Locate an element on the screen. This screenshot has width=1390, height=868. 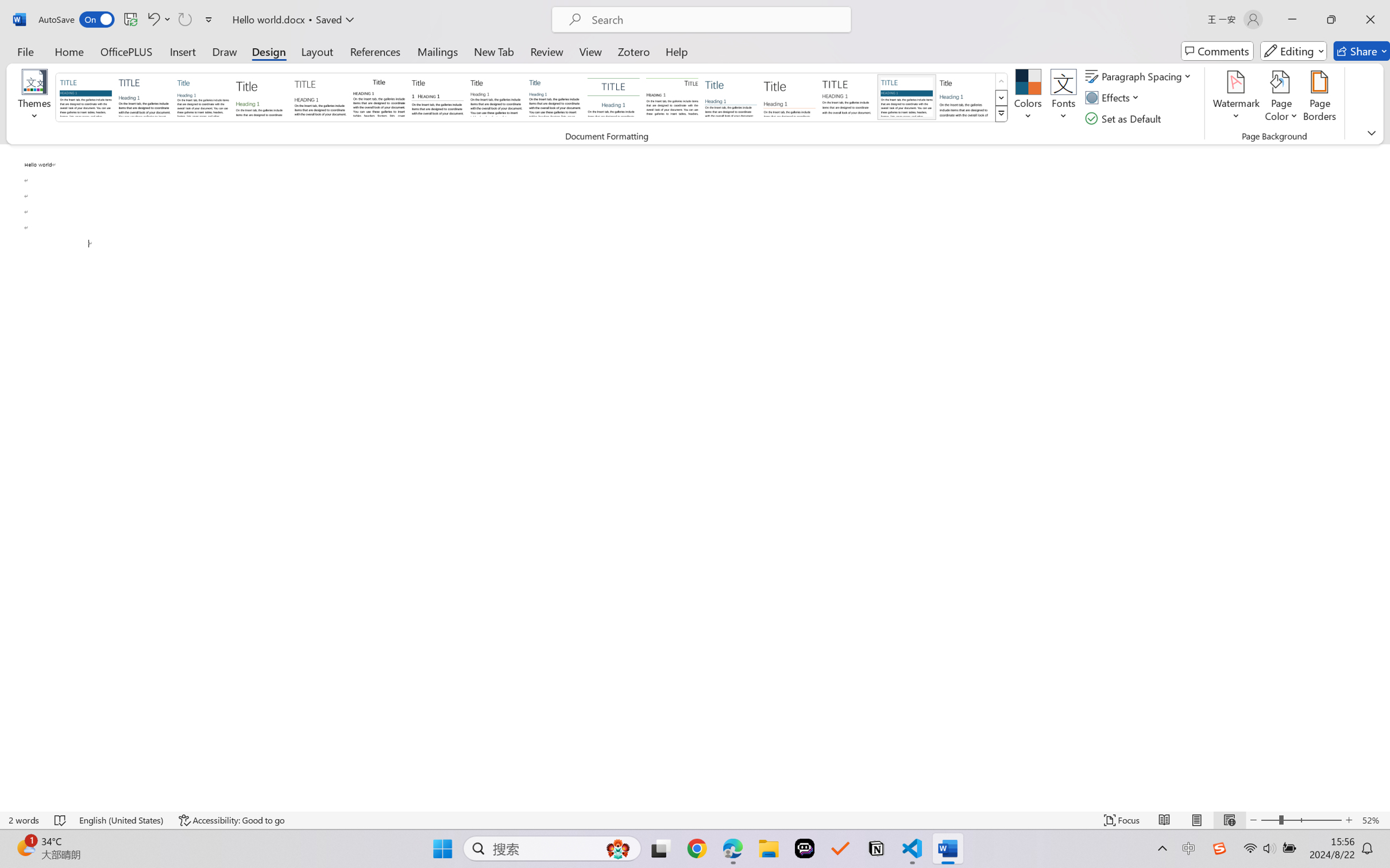
'Watermark' is located at coordinates (1236, 98).